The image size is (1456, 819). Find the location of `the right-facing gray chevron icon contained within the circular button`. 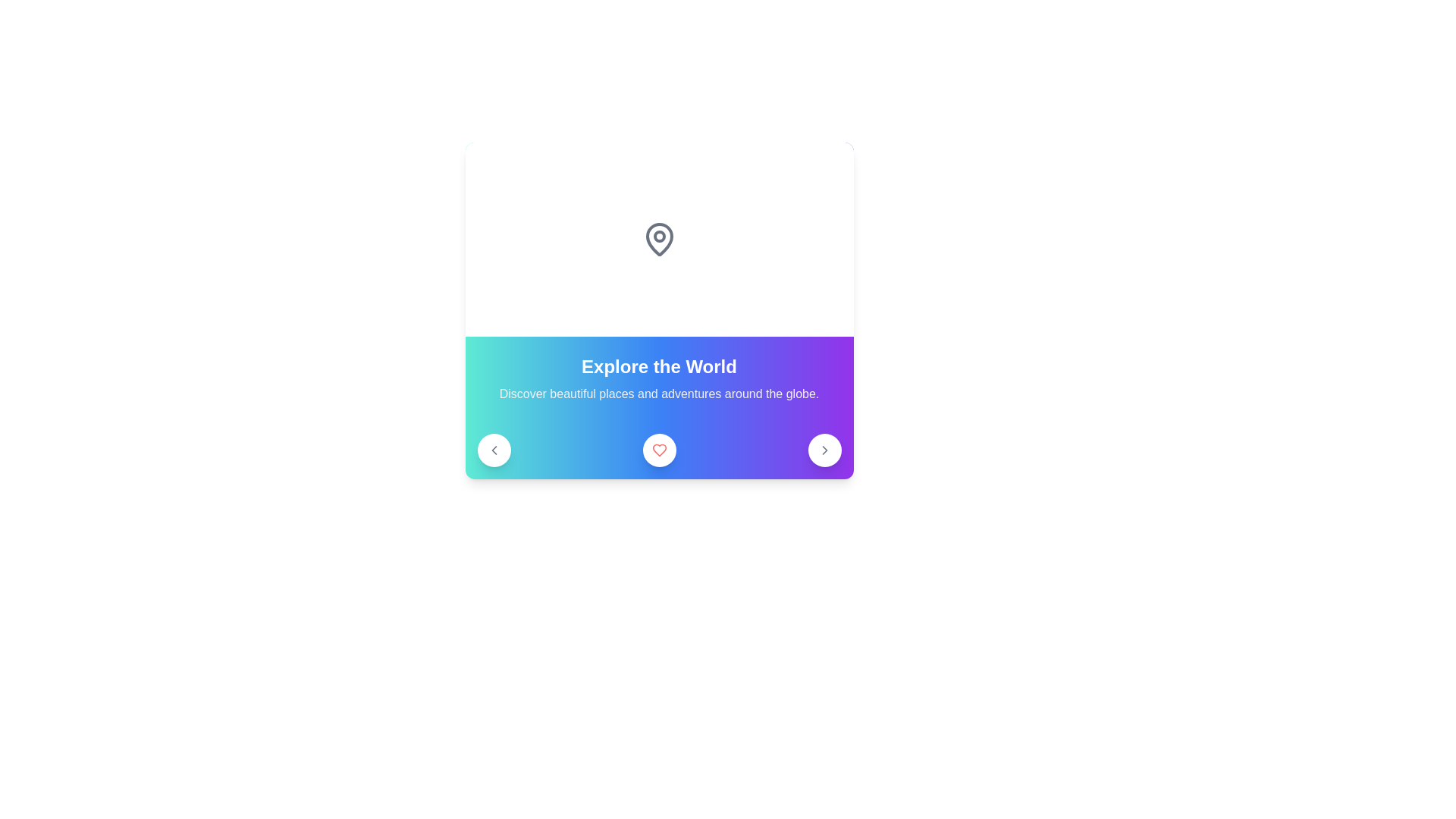

the right-facing gray chevron icon contained within the circular button is located at coordinates (824, 450).